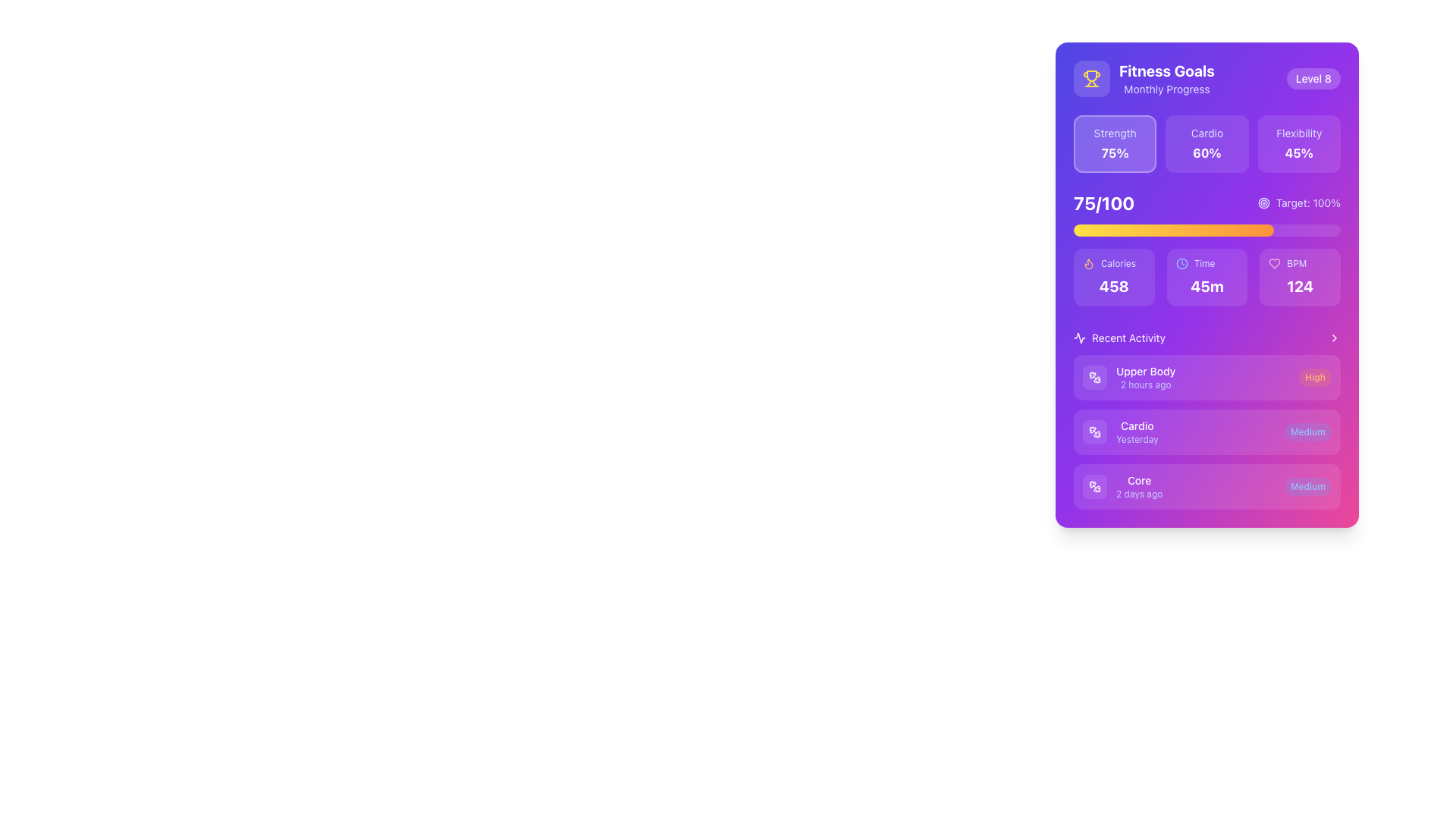 The width and height of the screenshot is (1456, 819). I want to click on the text label displaying 'Upper Body' and '2 hours ago' in the 'Recent Activity' section, which is styled in white and purple respectively, located near the top of a card interface, so click(1146, 376).